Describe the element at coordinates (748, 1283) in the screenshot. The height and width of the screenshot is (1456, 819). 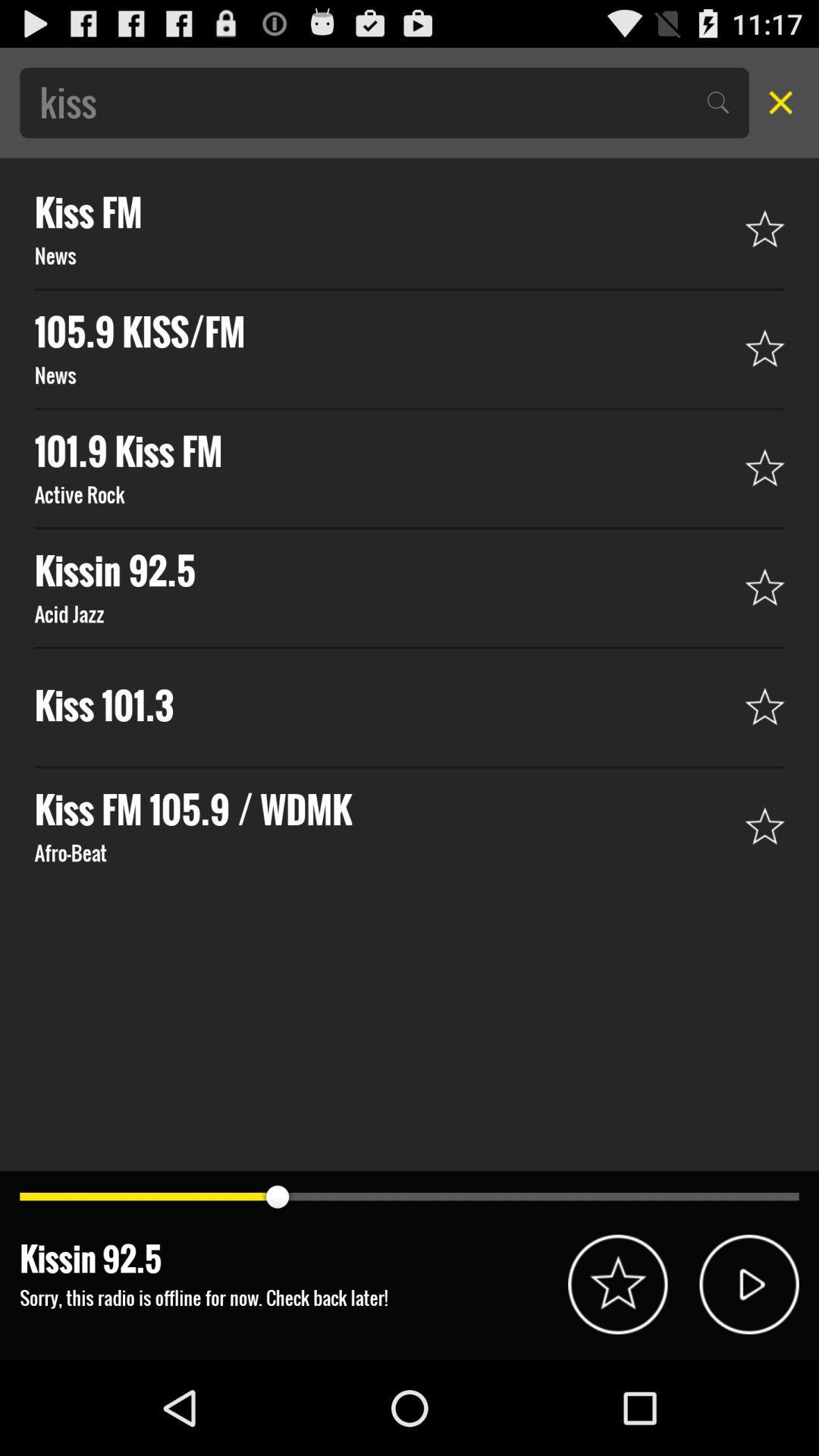
I see `button` at that location.